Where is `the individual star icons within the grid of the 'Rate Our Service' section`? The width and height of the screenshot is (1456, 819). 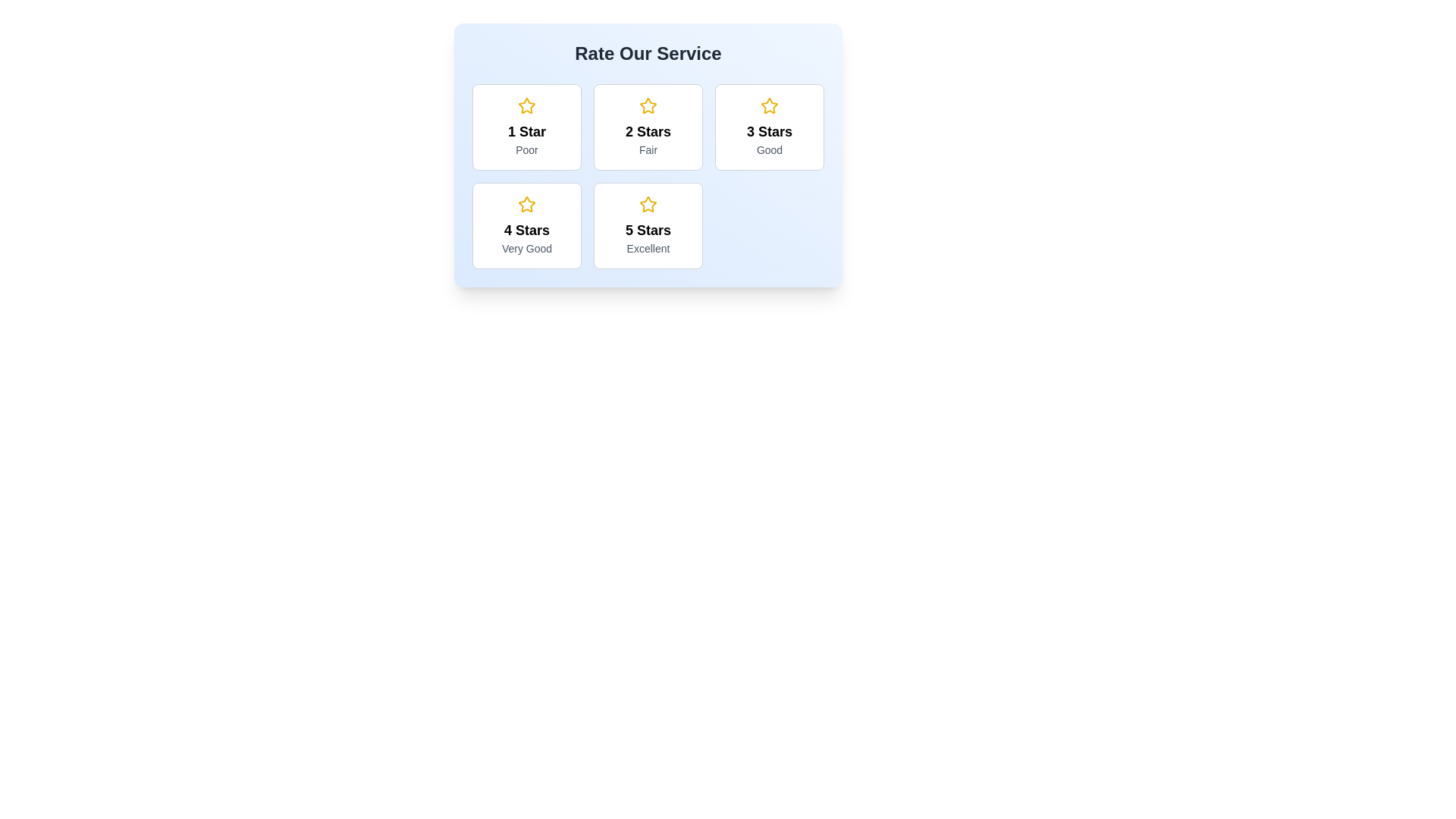 the individual star icons within the grid of the 'Rate Our Service' section is located at coordinates (648, 175).